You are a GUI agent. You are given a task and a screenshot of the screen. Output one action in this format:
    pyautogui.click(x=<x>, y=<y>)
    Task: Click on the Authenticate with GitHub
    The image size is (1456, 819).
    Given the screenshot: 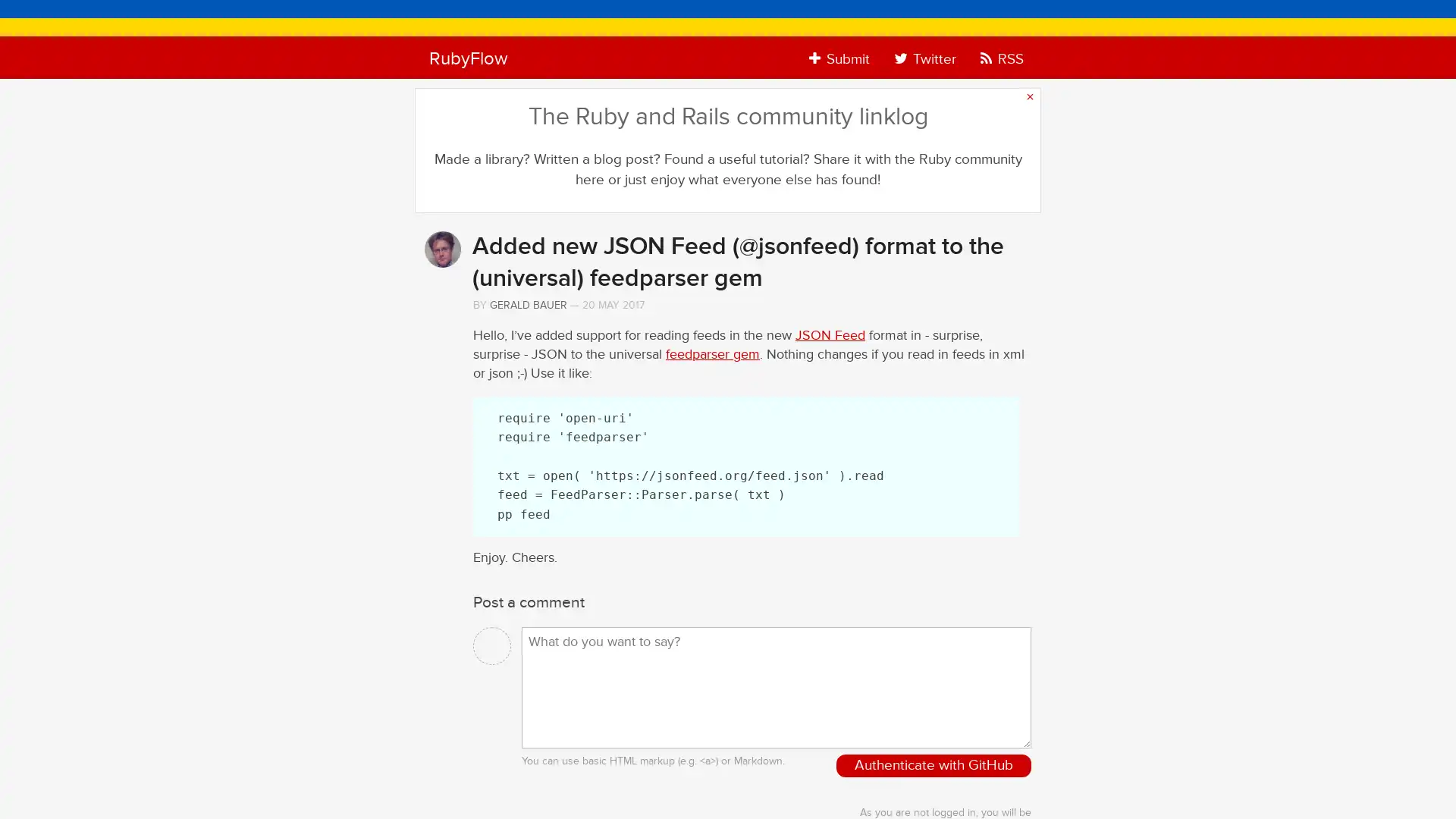 What is the action you would take?
    pyautogui.click(x=933, y=766)
    